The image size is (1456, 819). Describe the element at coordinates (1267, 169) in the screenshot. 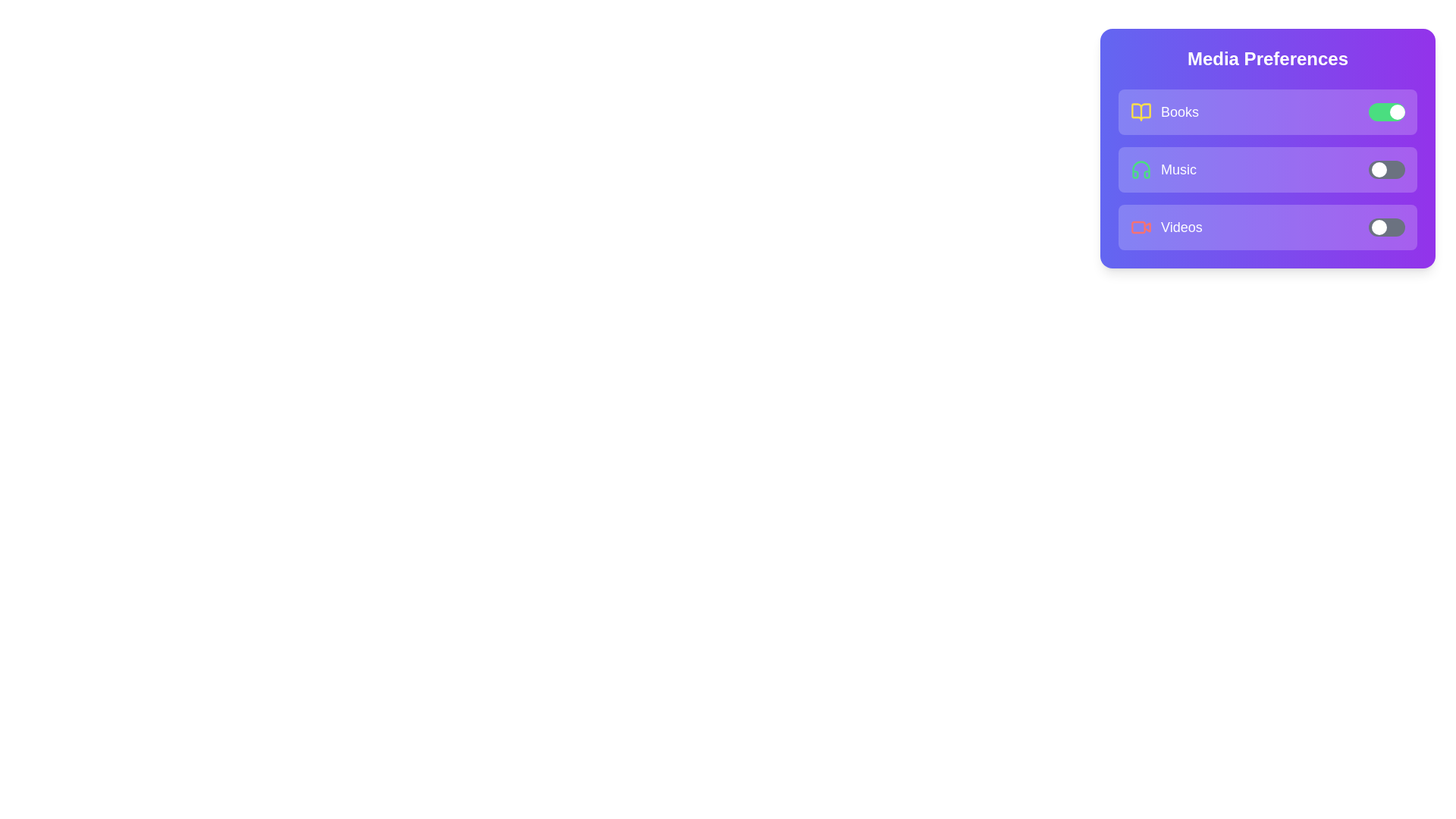

I see `the 'Music' toggleable list item` at that location.